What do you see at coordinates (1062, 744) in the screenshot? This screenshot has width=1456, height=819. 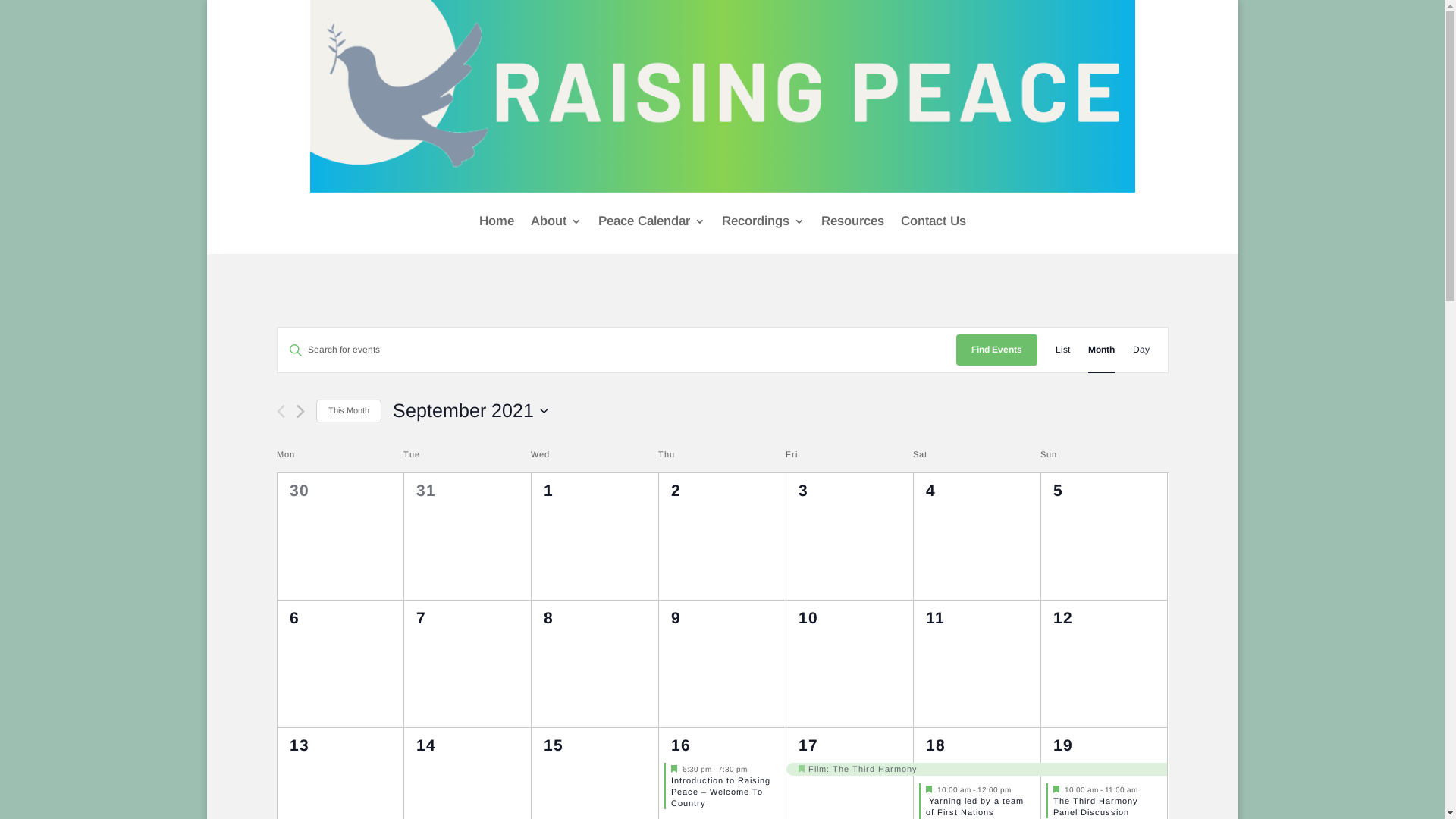 I see `'19'` at bounding box center [1062, 744].